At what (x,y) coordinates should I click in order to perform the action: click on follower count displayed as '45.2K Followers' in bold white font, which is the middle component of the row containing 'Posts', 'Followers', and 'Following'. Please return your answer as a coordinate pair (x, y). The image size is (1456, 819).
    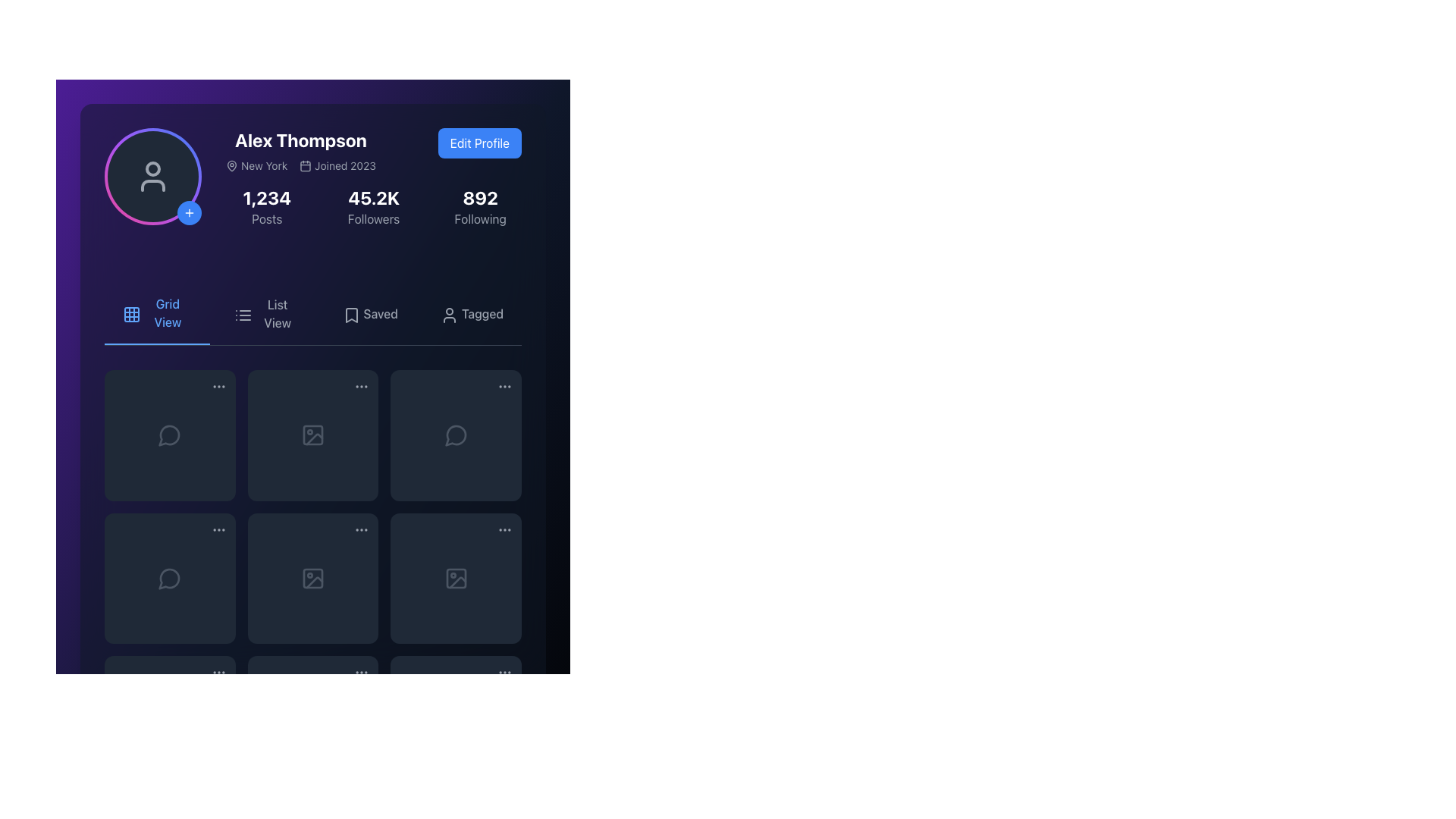
    Looking at the image, I should click on (374, 207).